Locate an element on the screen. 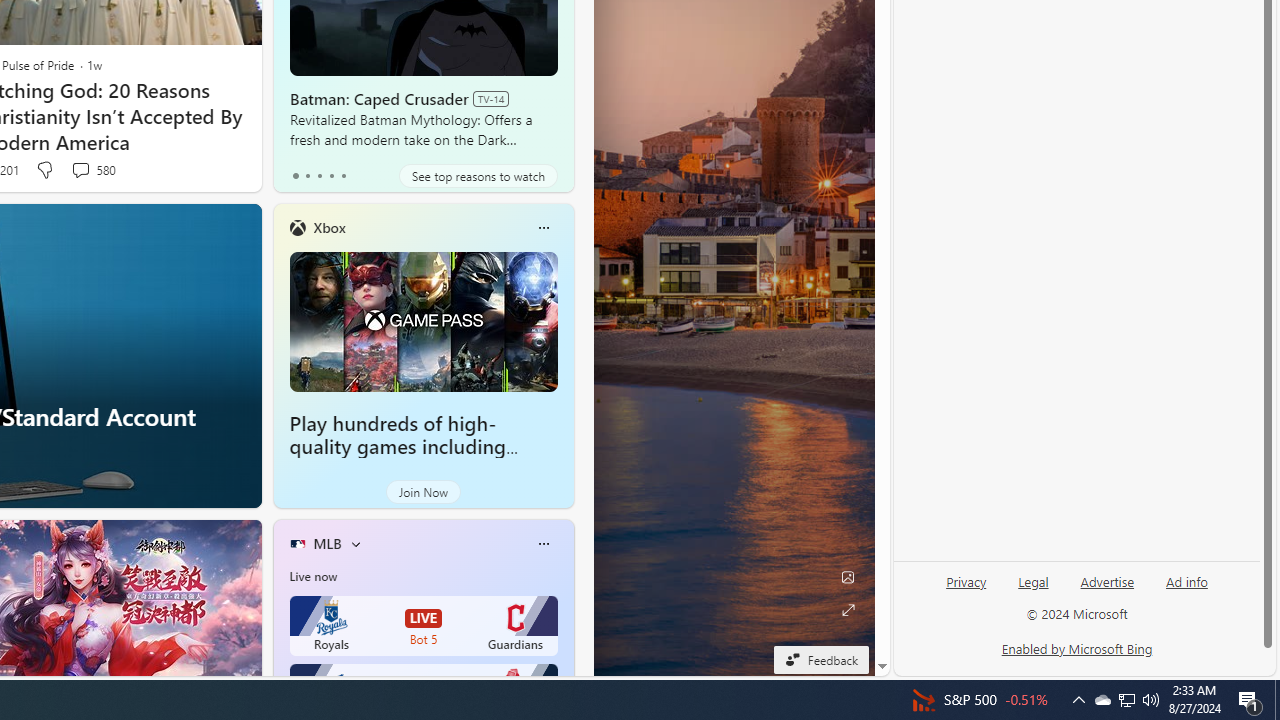 Image resolution: width=1280 pixels, height=720 pixels. 'More interests' is located at coordinates (355, 543).